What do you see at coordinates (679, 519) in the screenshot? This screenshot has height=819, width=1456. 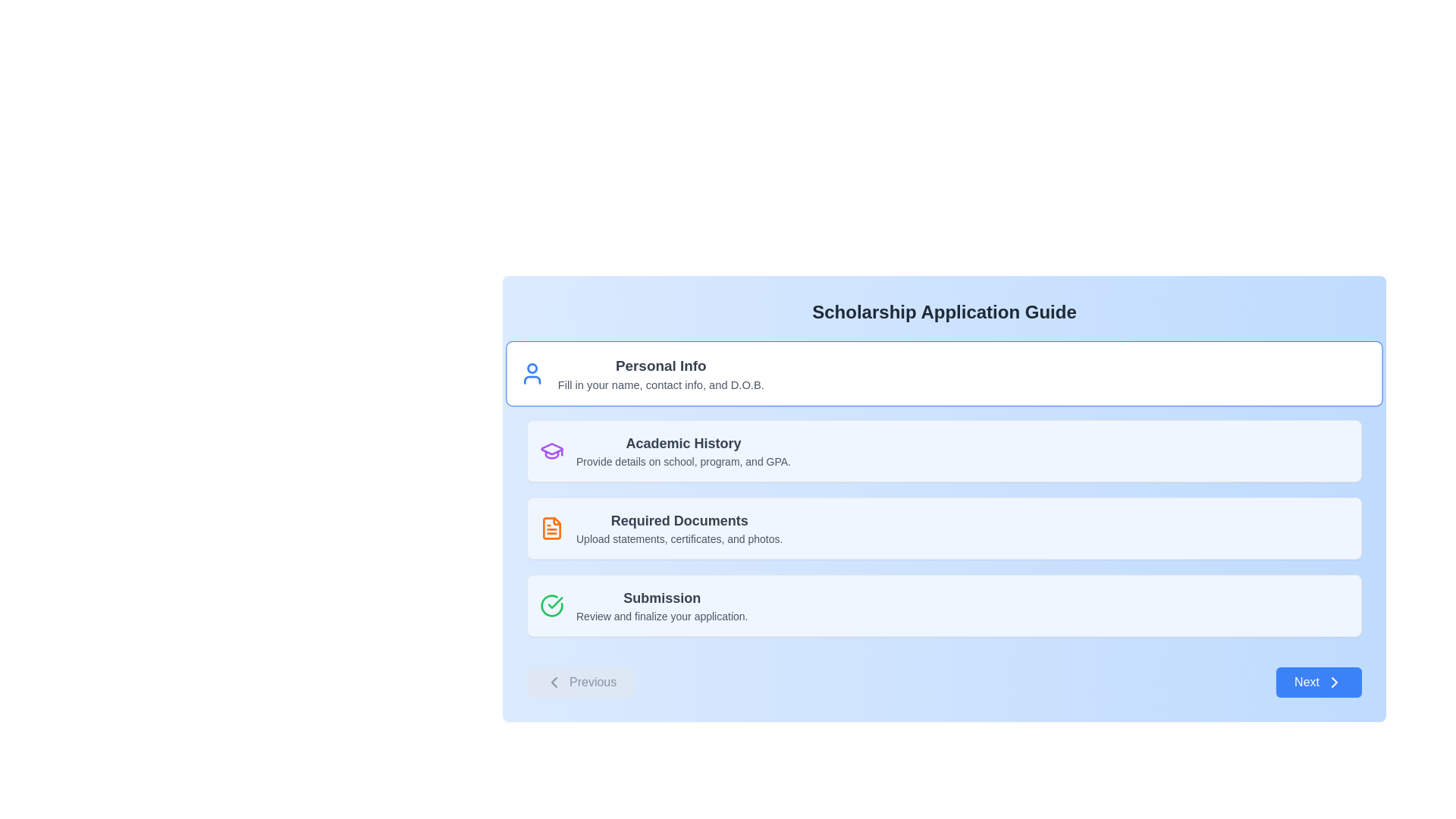 I see `the Heading text element that serves as the title for the section, positioned centrally above the text 'Upload statements, certificates, and photos.'` at bounding box center [679, 519].